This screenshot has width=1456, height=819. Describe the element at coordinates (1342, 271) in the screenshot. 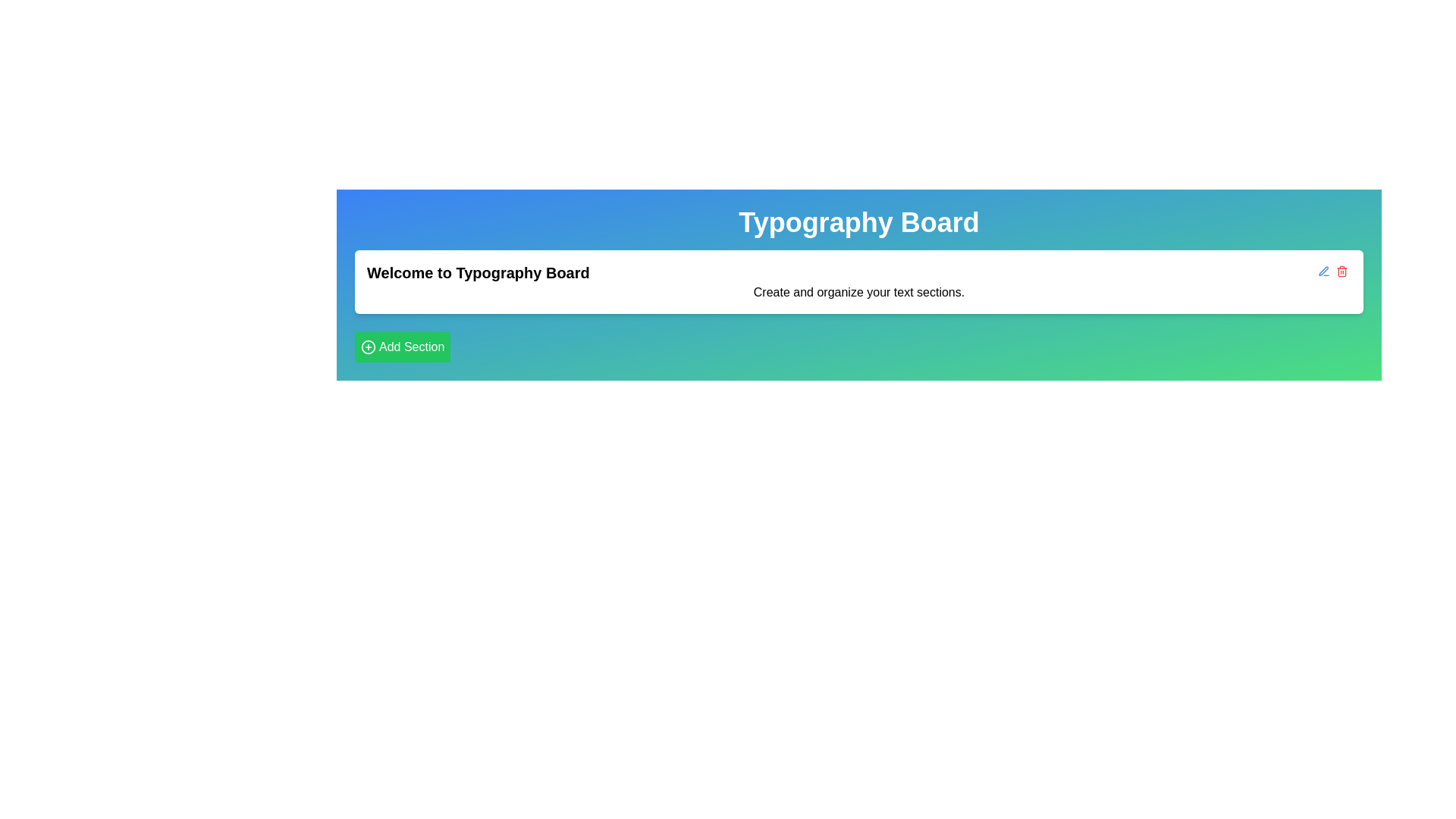

I see `code of the trashcan icon component, which is part of the SVG image and serves as the delete action affordance, using developer tools` at that location.